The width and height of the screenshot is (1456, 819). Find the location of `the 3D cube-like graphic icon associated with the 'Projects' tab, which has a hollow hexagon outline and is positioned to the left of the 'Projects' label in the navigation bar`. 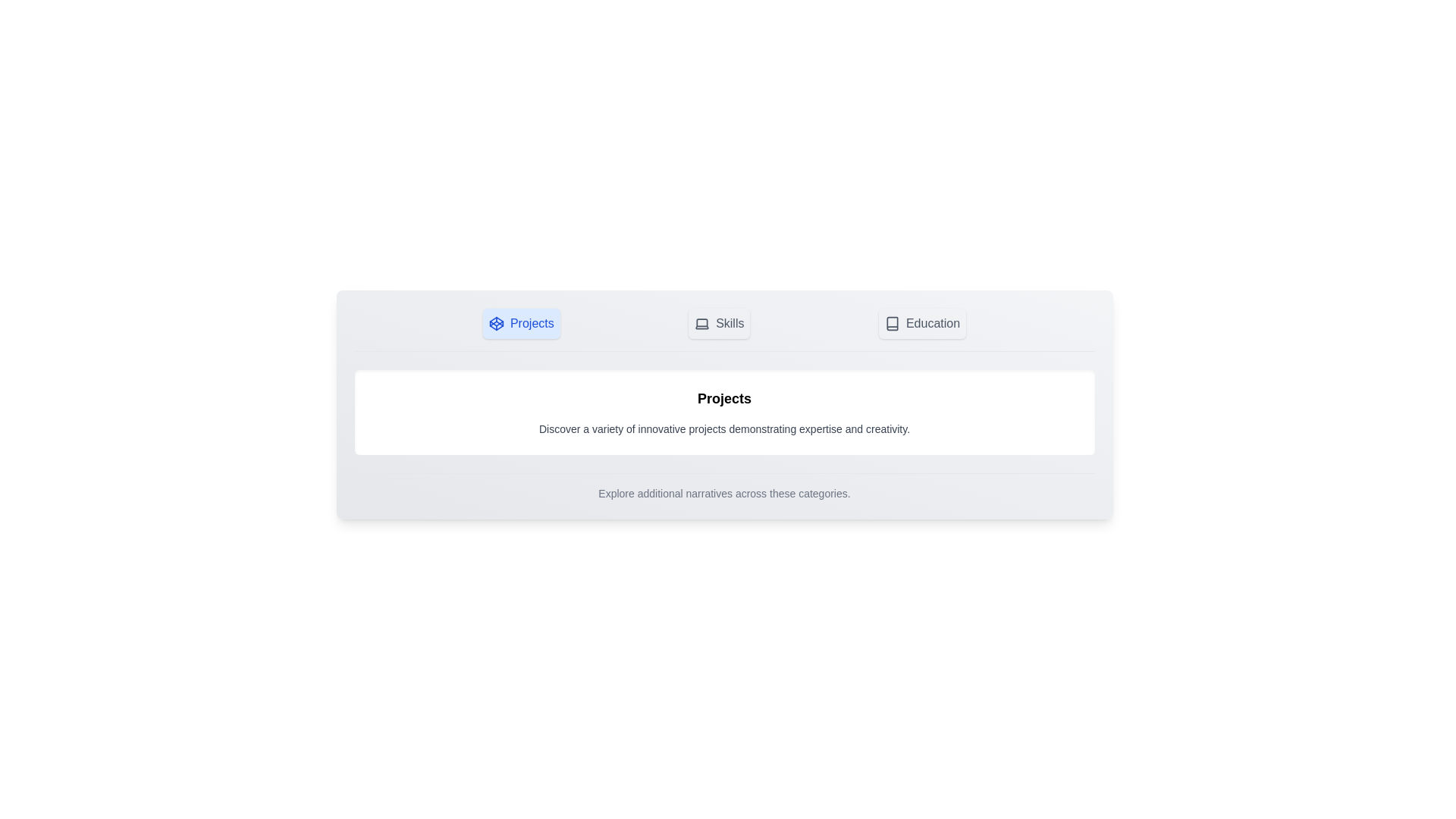

the 3D cube-like graphic icon associated with the 'Projects' tab, which has a hollow hexagon outline and is positioned to the left of the 'Projects' label in the navigation bar is located at coordinates (496, 323).